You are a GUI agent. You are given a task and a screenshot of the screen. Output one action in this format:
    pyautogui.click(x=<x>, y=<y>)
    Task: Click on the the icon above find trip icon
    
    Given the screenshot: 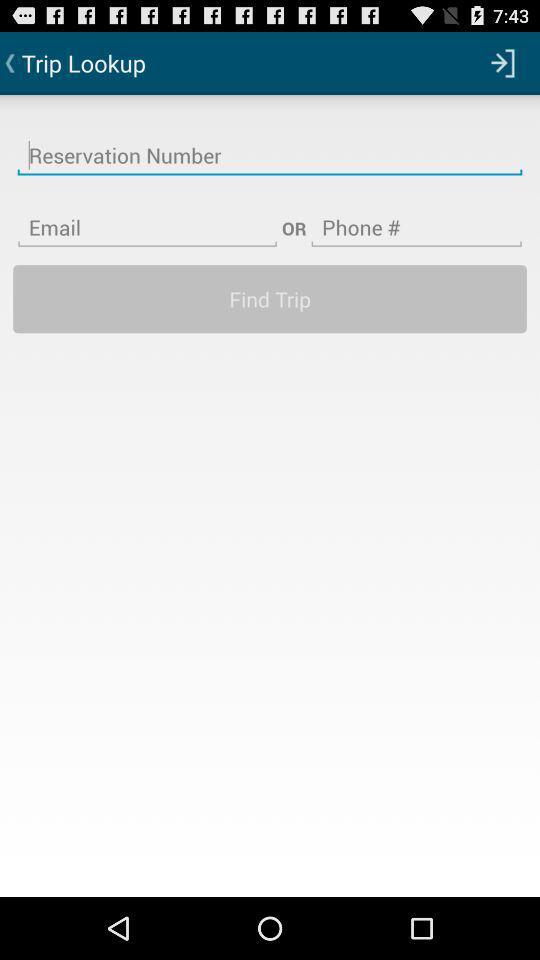 What is the action you would take?
    pyautogui.click(x=415, y=215)
    